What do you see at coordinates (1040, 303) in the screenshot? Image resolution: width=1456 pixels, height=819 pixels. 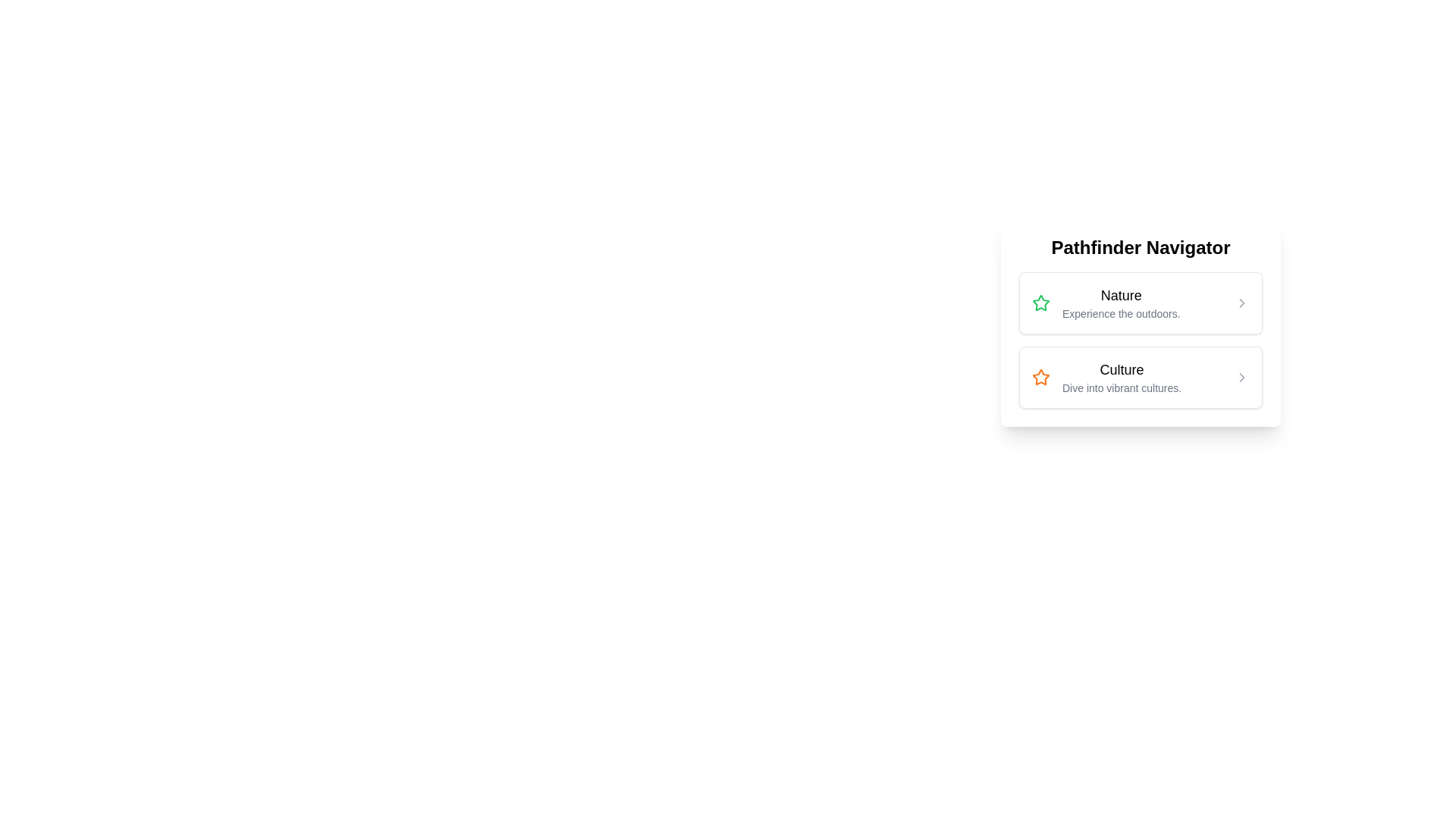 I see `the green star icon located in the 'Nature' row of the 'Pathfinder Navigator' section, which is positioned to the left of the label 'Nature'` at bounding box center [1040, 303].